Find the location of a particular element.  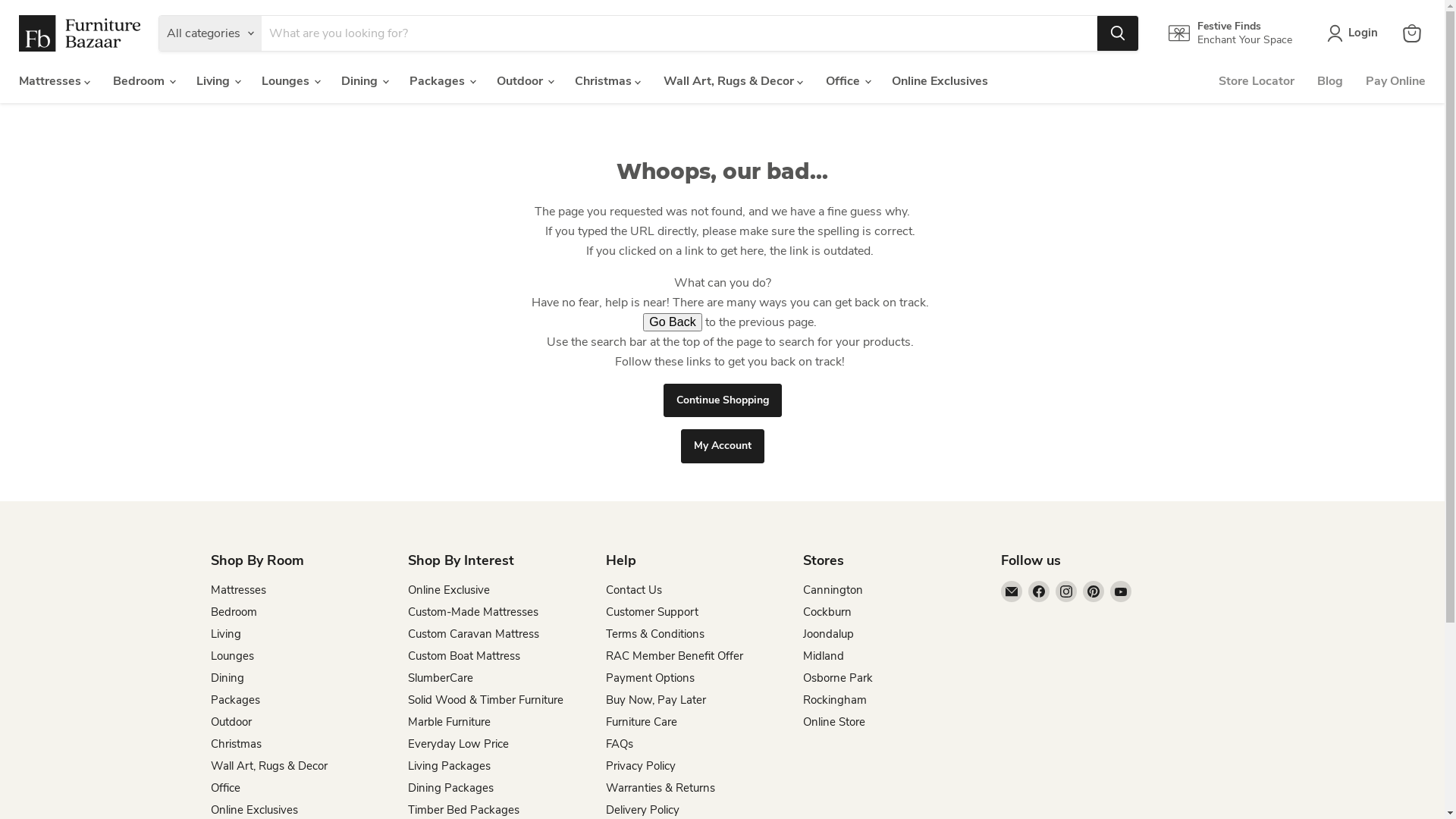

'Rockingham' is located at coordinates (833, 699).